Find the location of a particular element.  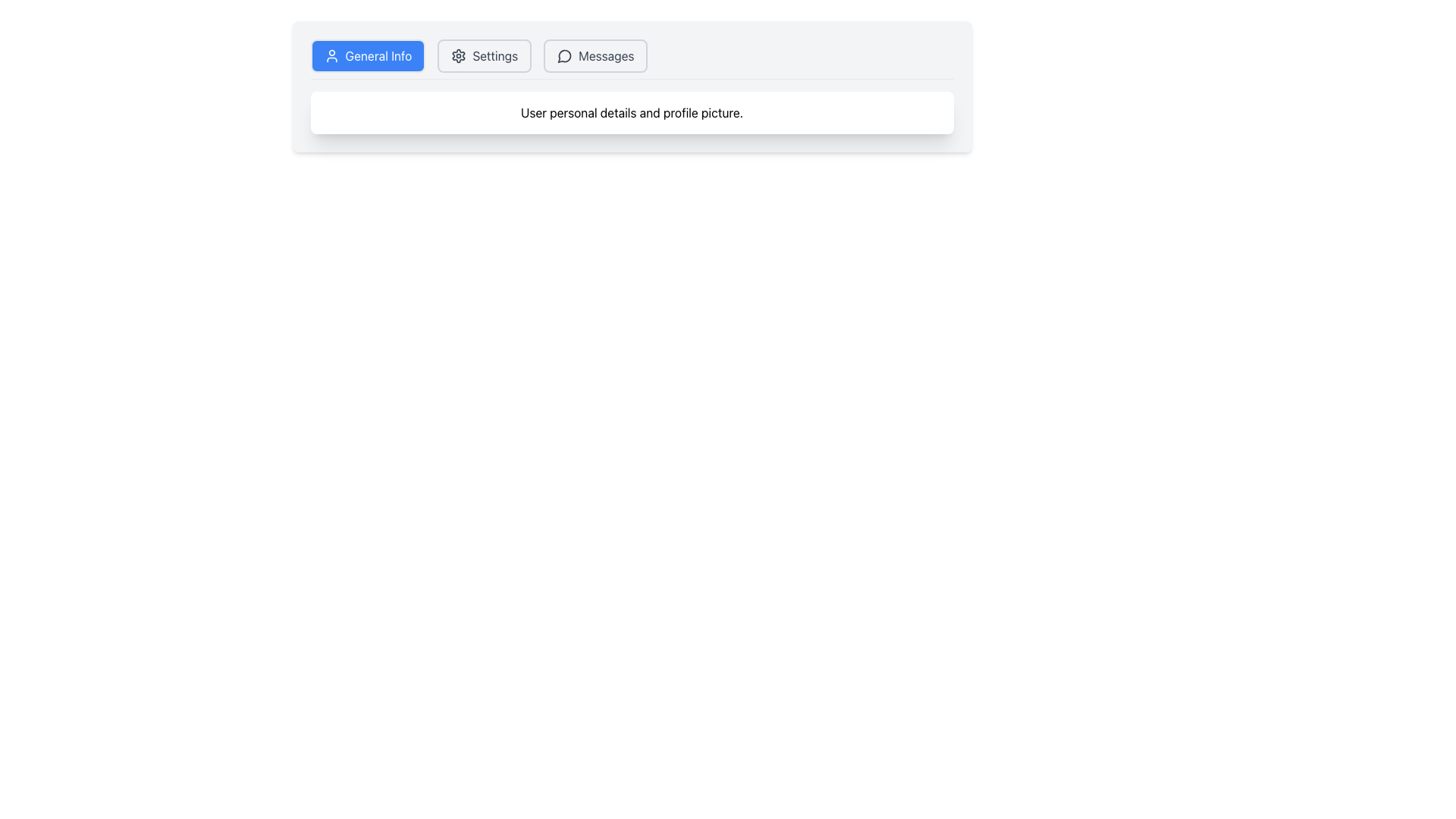

the messaging icon located on the left side of the 'Messages' button in the horizontal navigation bar is located at coordinates (564, 55).